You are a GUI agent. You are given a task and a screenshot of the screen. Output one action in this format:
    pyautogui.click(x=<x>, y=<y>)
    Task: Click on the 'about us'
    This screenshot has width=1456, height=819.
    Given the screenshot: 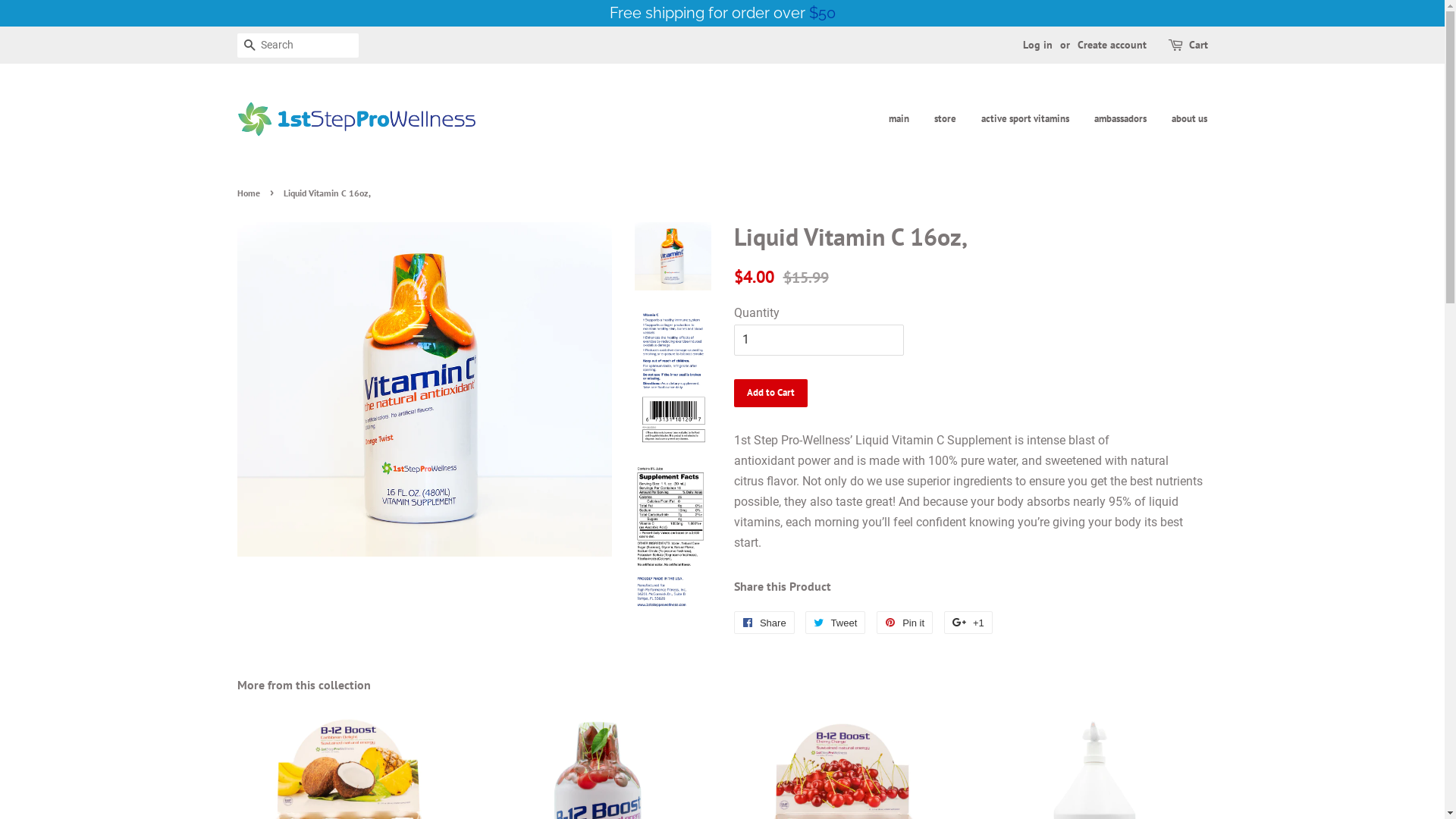 What is the action you would take?
    pyautogui.click(x=1159, y=118)
    